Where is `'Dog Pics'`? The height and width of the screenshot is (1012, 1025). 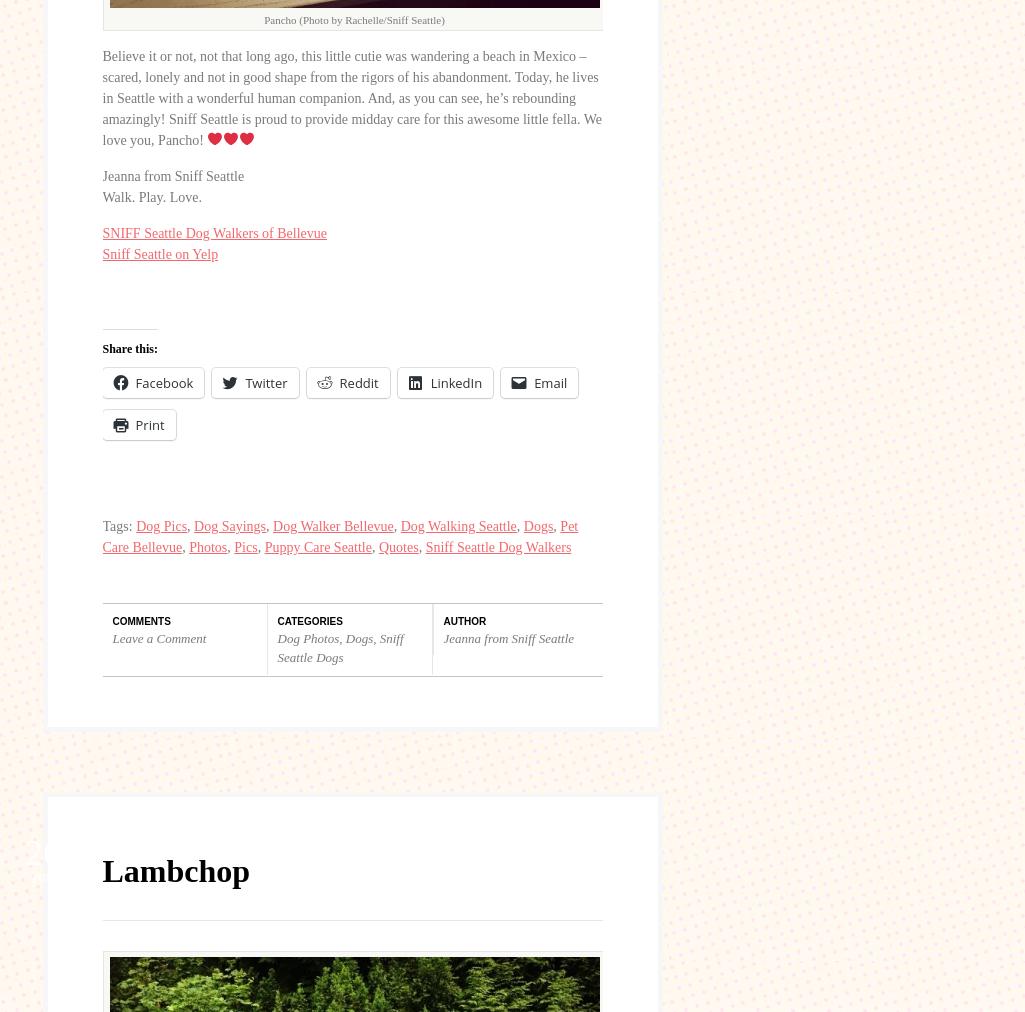
'Dog Pics' is located at coordinates (160, 524).